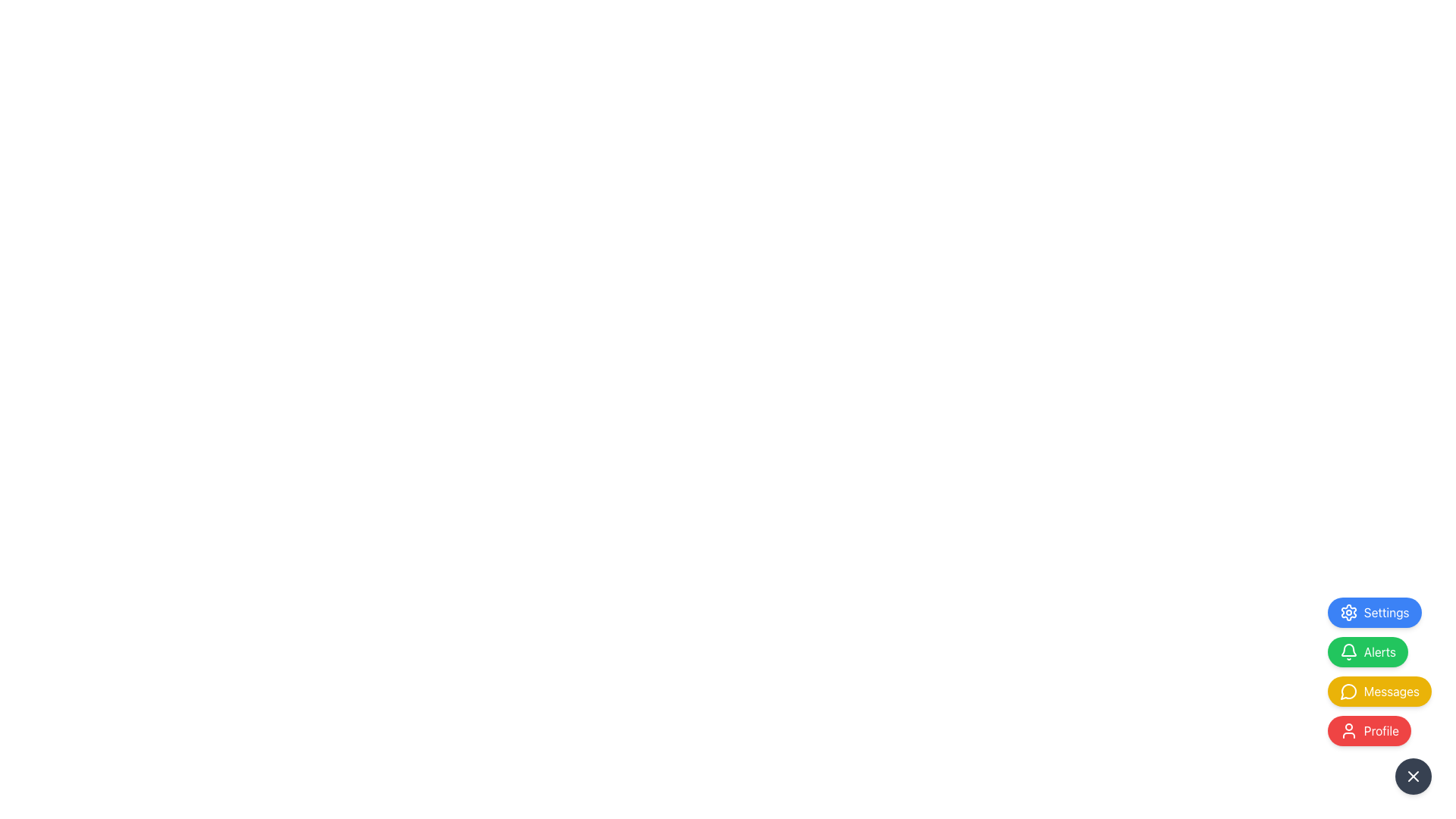 Image resolution: width=1456 pixels, height=819 pixels. Describe the element at coordinates (1379, 691) in the screenshot. I see `the 'Messages' button, which is the third button in a vertical list on the right side of the layout, positioned between the green 'Alerts' button and the red 'Profile' button` at that location.